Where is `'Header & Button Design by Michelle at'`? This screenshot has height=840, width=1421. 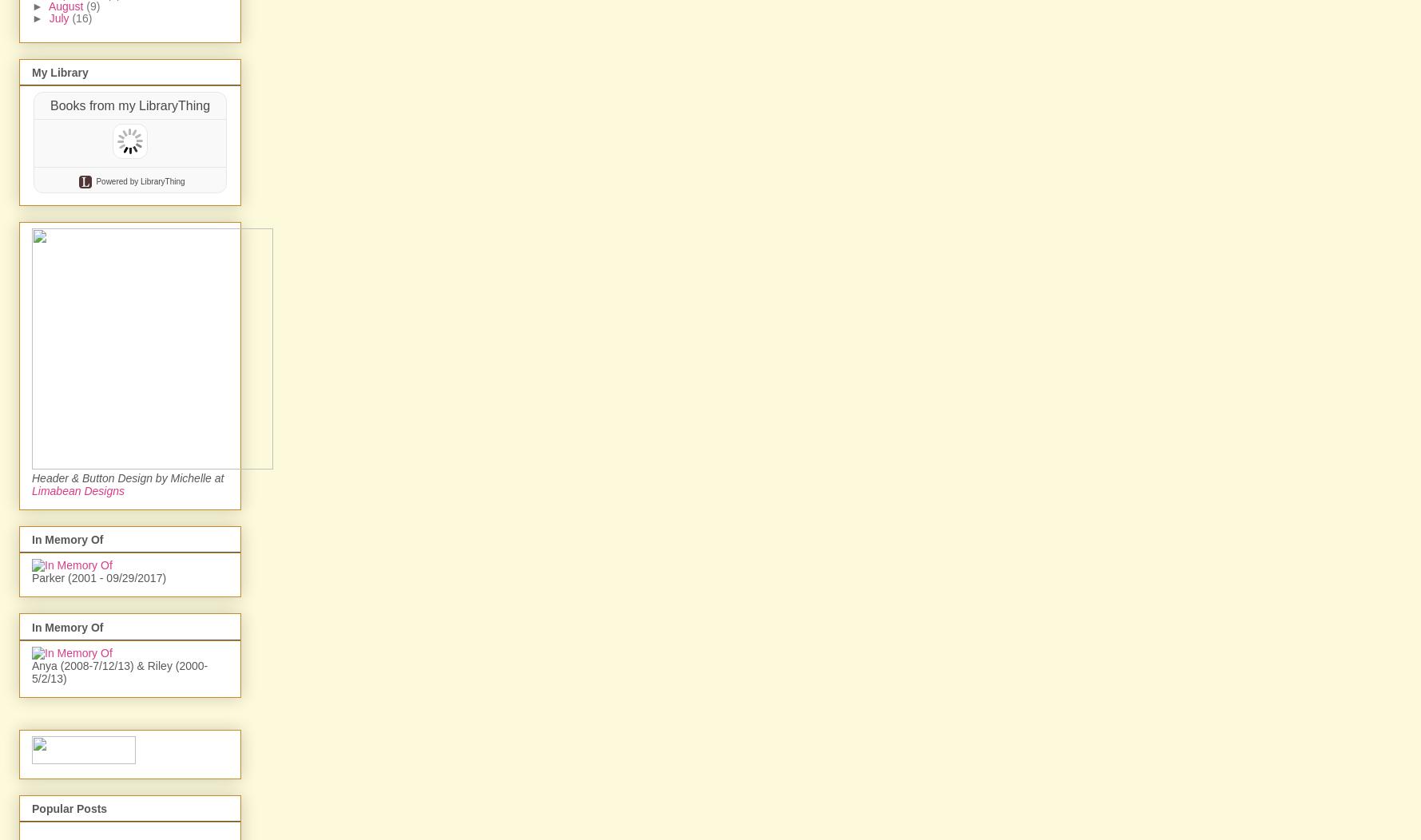
'Header & Button Design by Michelle at' is located at coordinates (127, 650).